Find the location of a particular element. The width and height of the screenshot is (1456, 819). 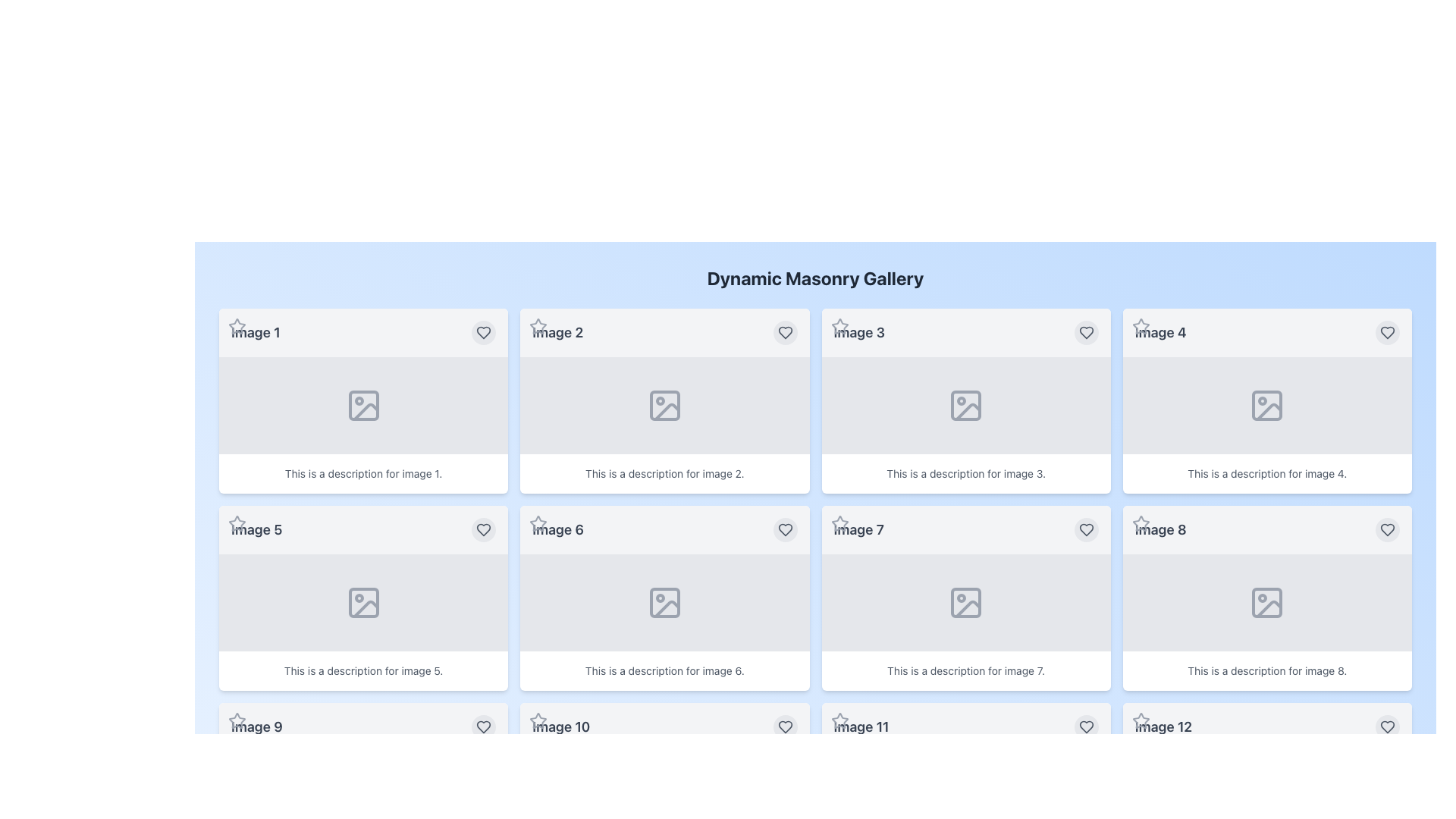

the heart icon located at the bottom-right corner of the 'Image 12' card is located at coordinates (1387, 726).